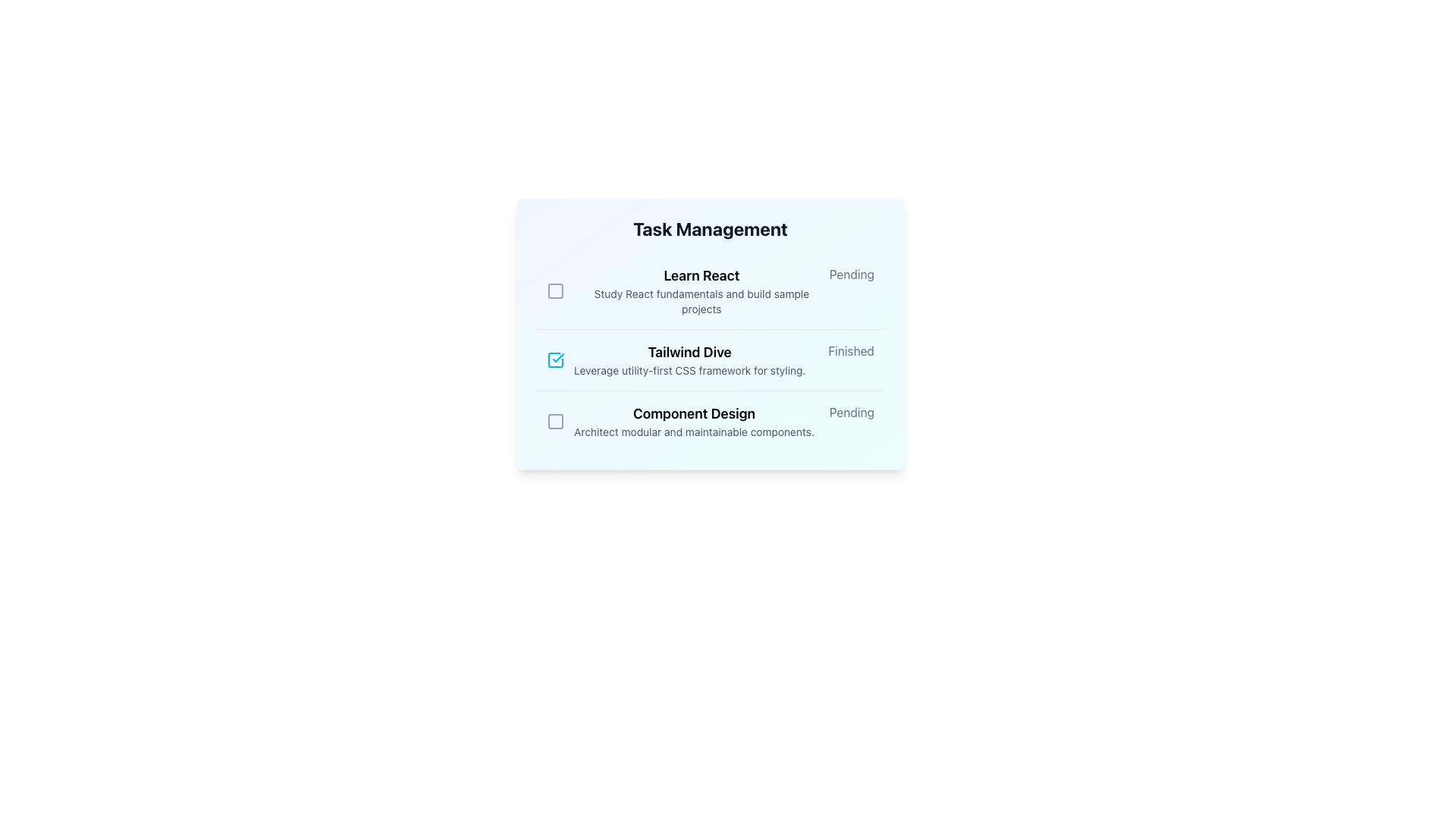 Image resolution: width=1456 pixels, height=819 pixels. I want to click on text content of the task item labeled 'Component Design' in the task management interface, positioned as the third item in the list, so click(693, 421).